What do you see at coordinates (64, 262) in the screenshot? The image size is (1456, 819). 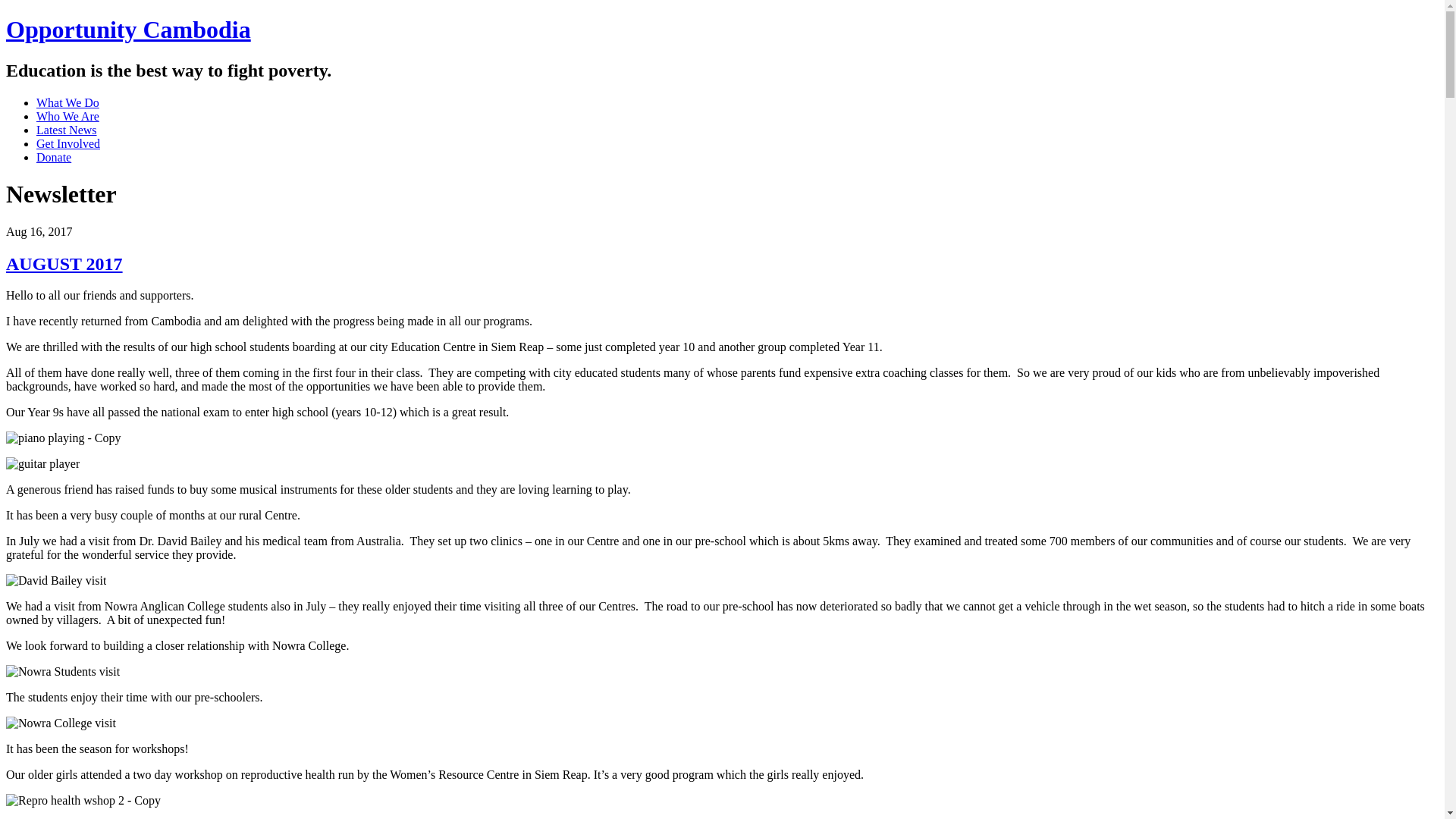 I see `'AUGUST 2017'` at bounding box center [64, 262].